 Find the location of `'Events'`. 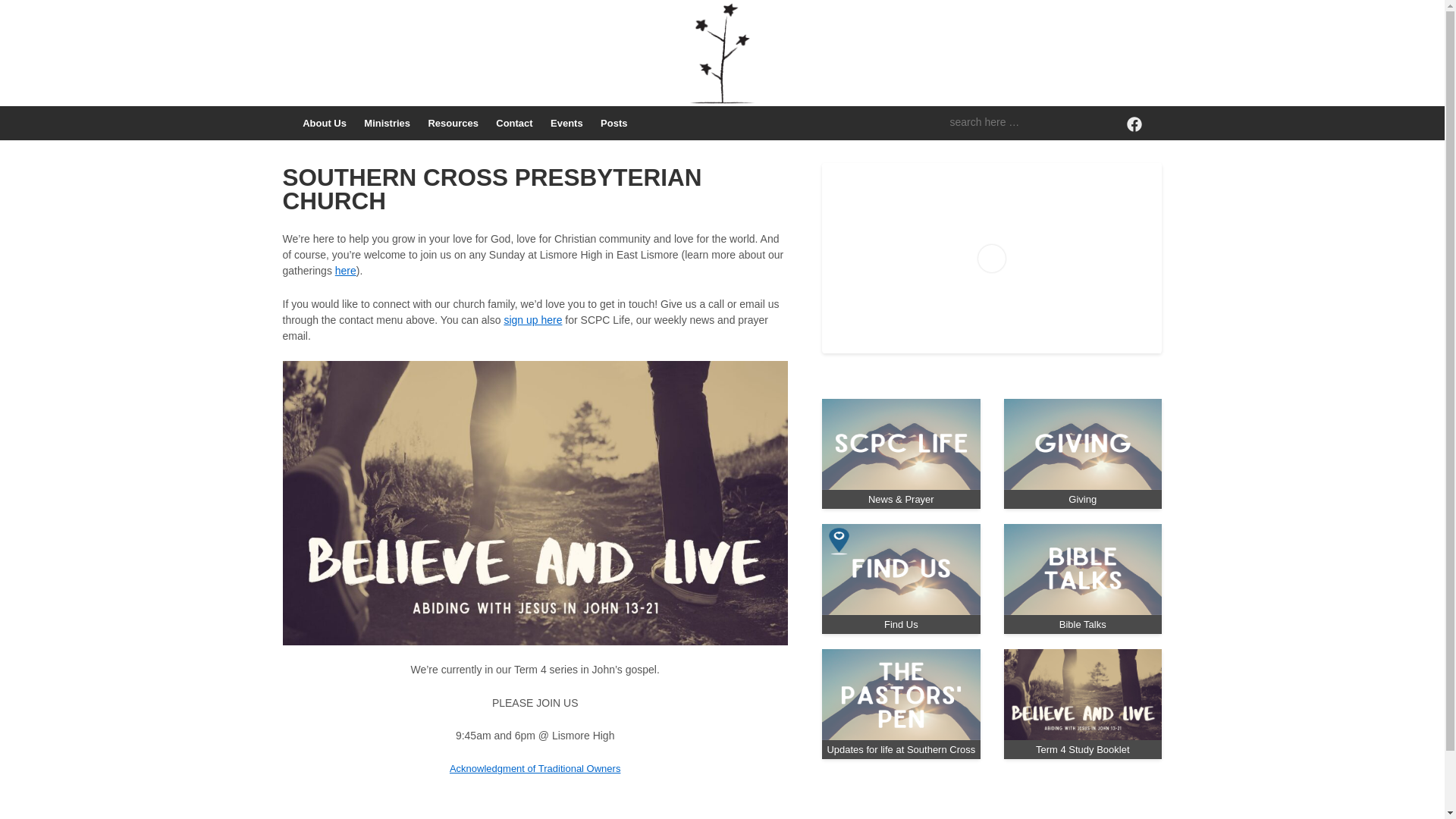

'Events' is located at coordinates (566, 122).